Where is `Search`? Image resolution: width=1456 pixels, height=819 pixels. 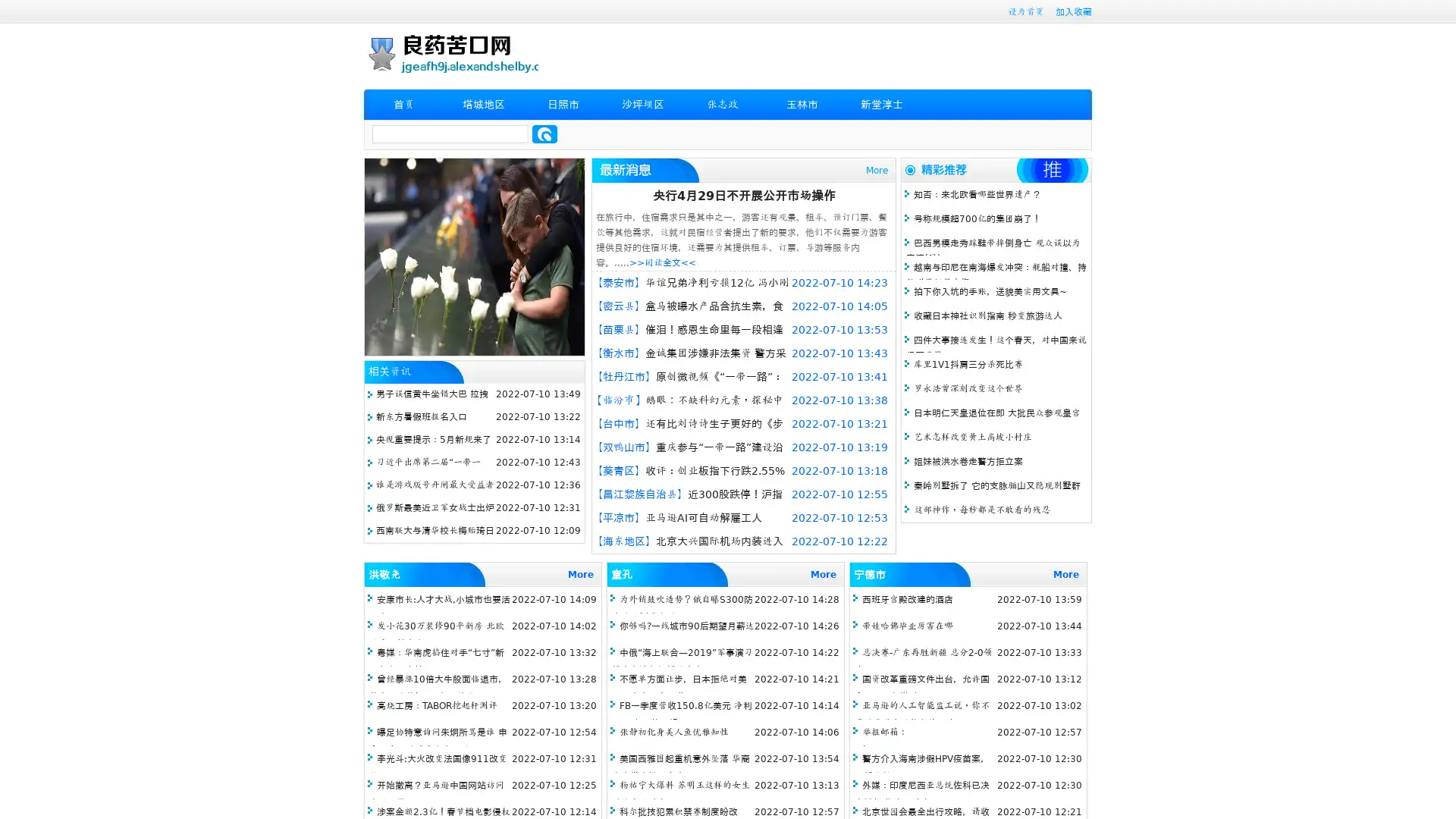 Search is located at coordinates (544, 133).